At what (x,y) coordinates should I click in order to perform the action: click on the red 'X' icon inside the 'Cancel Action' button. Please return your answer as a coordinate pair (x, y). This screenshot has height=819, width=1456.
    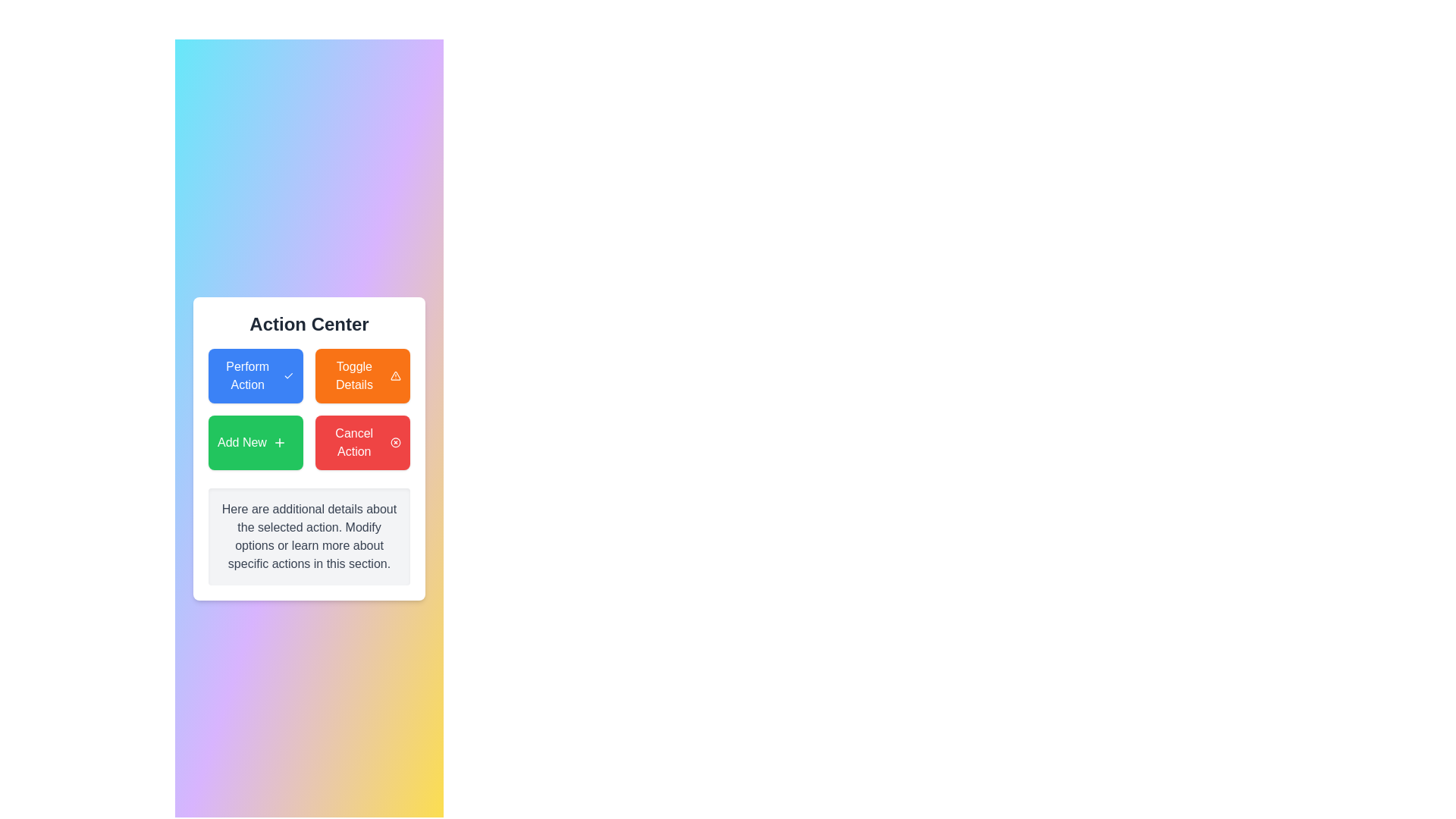
    Looking at the image, I should click on (395, 442).